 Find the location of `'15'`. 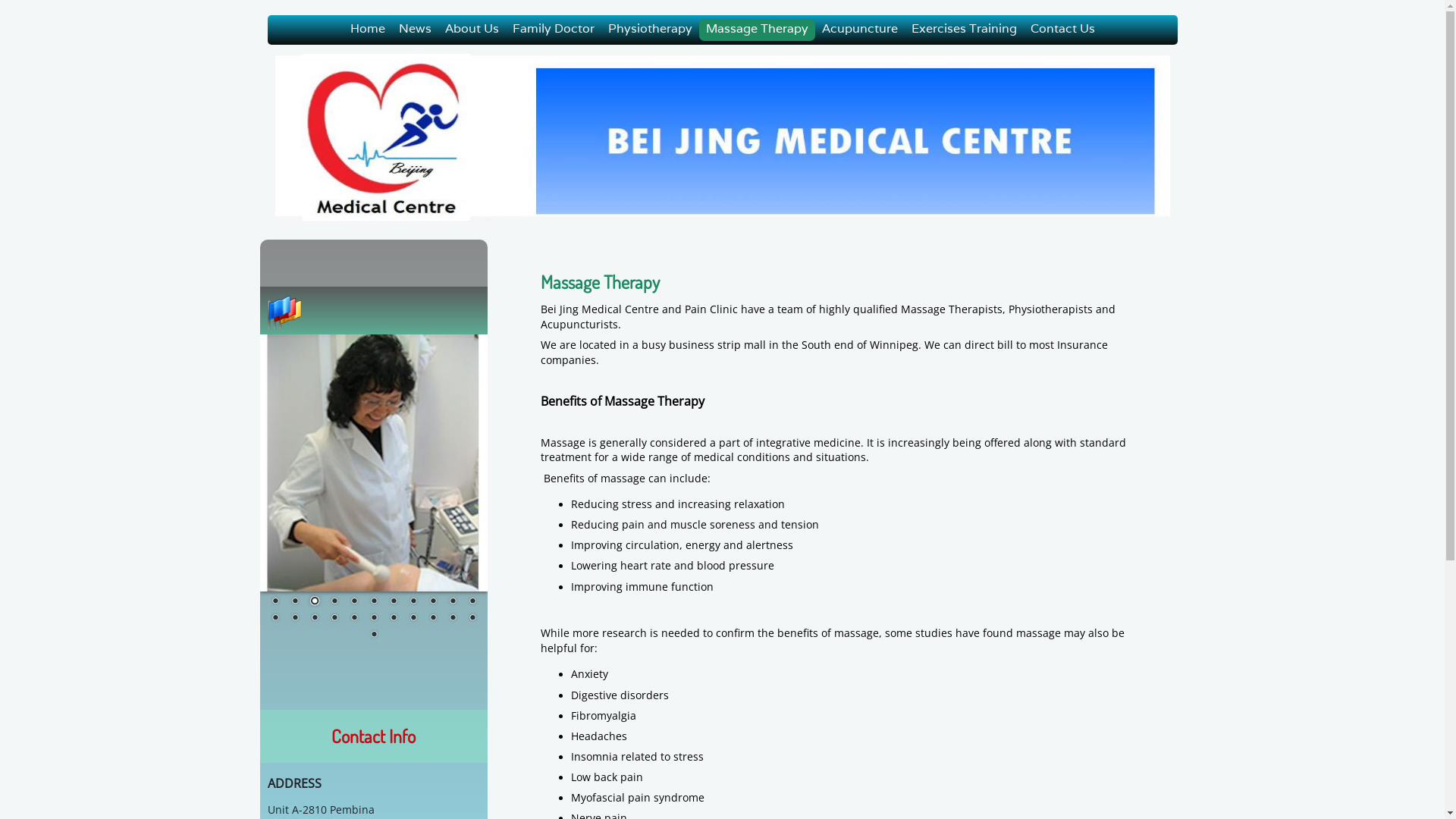

'15' is located at coordinates (334, 619).